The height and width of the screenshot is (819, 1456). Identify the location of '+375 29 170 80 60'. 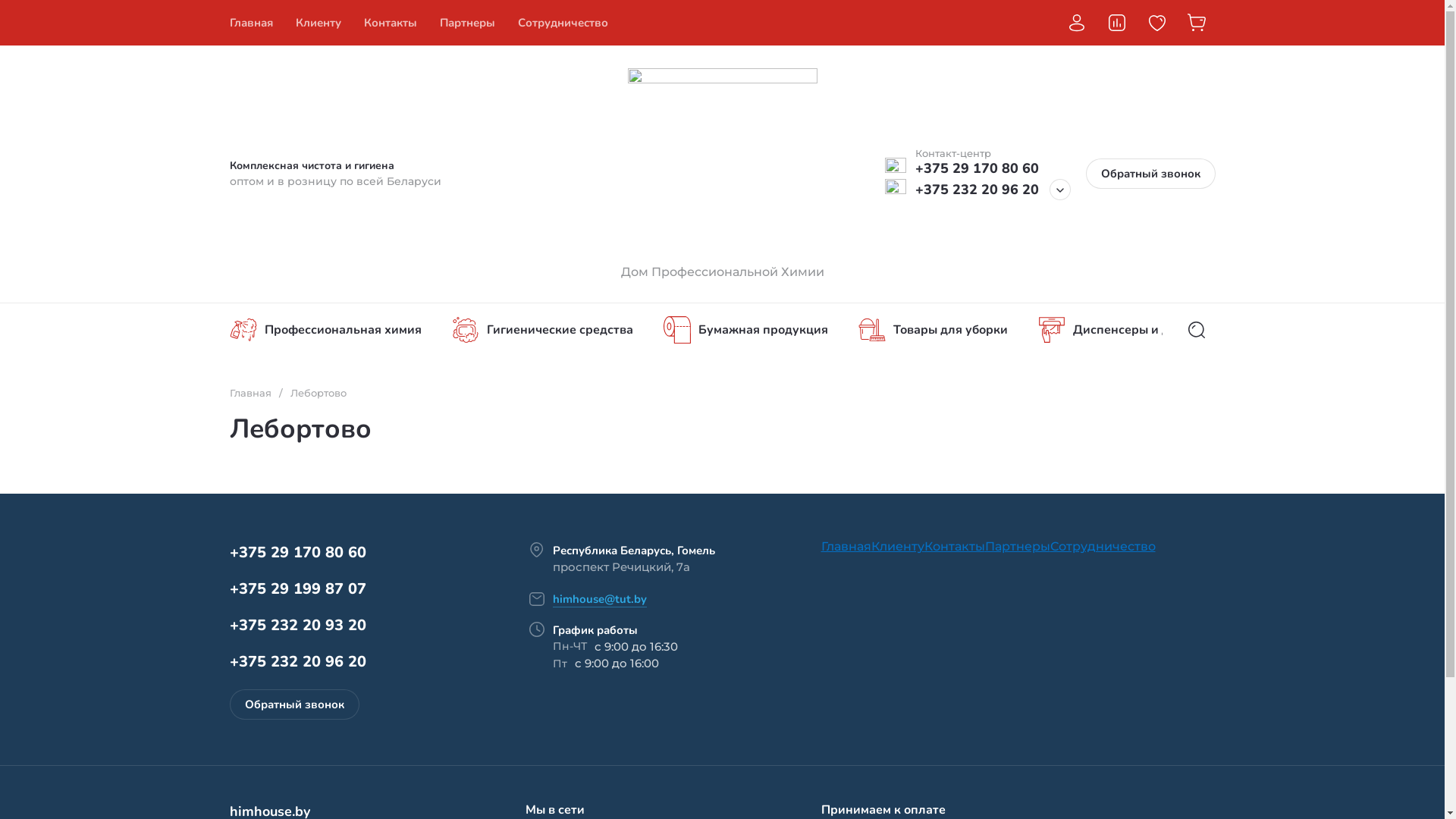
(913, 168).